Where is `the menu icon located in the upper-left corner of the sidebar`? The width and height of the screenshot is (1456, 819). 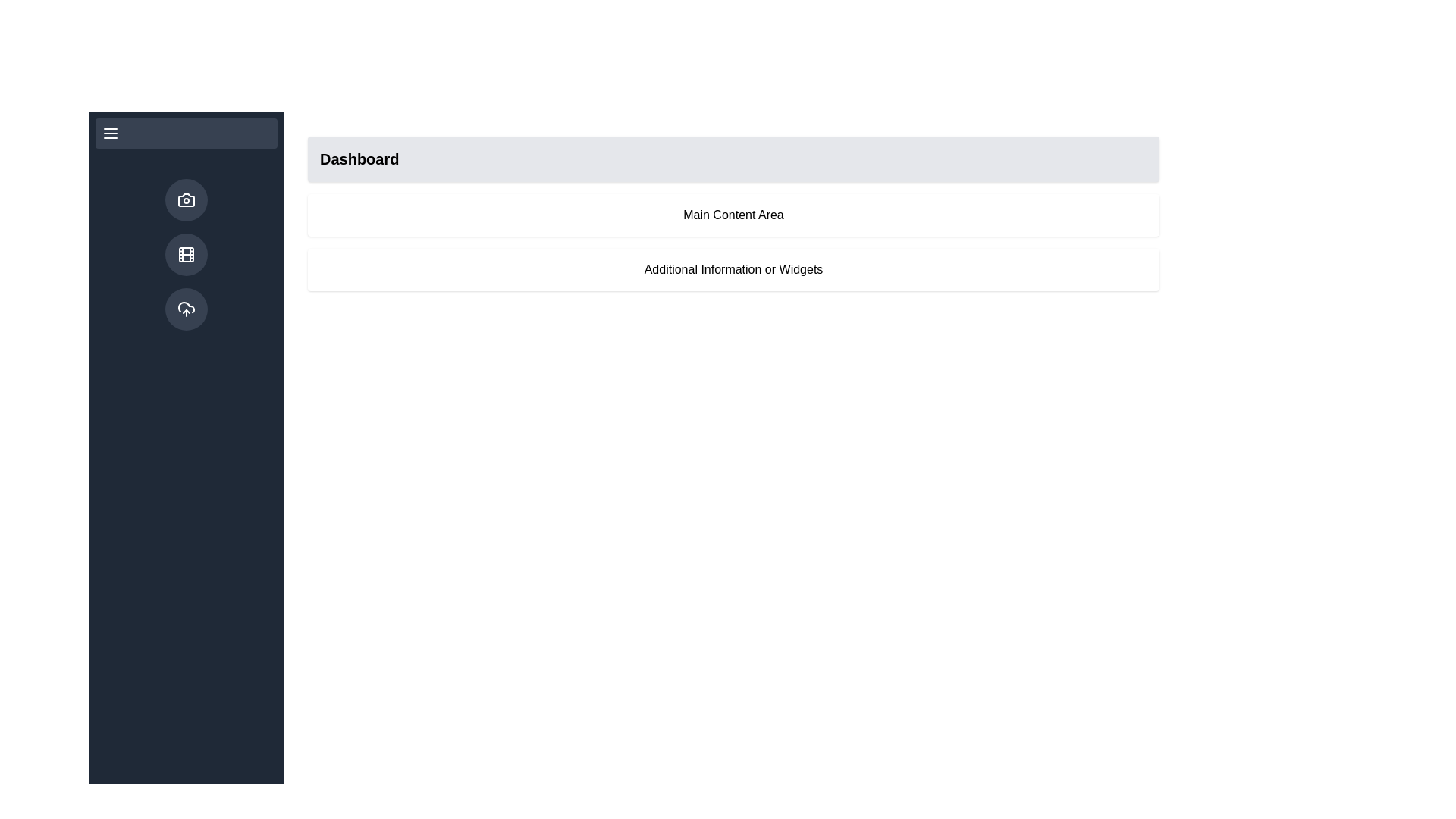
the menu icon located in the upper-left corner of the sidebar is located at coordinates (109, 133).